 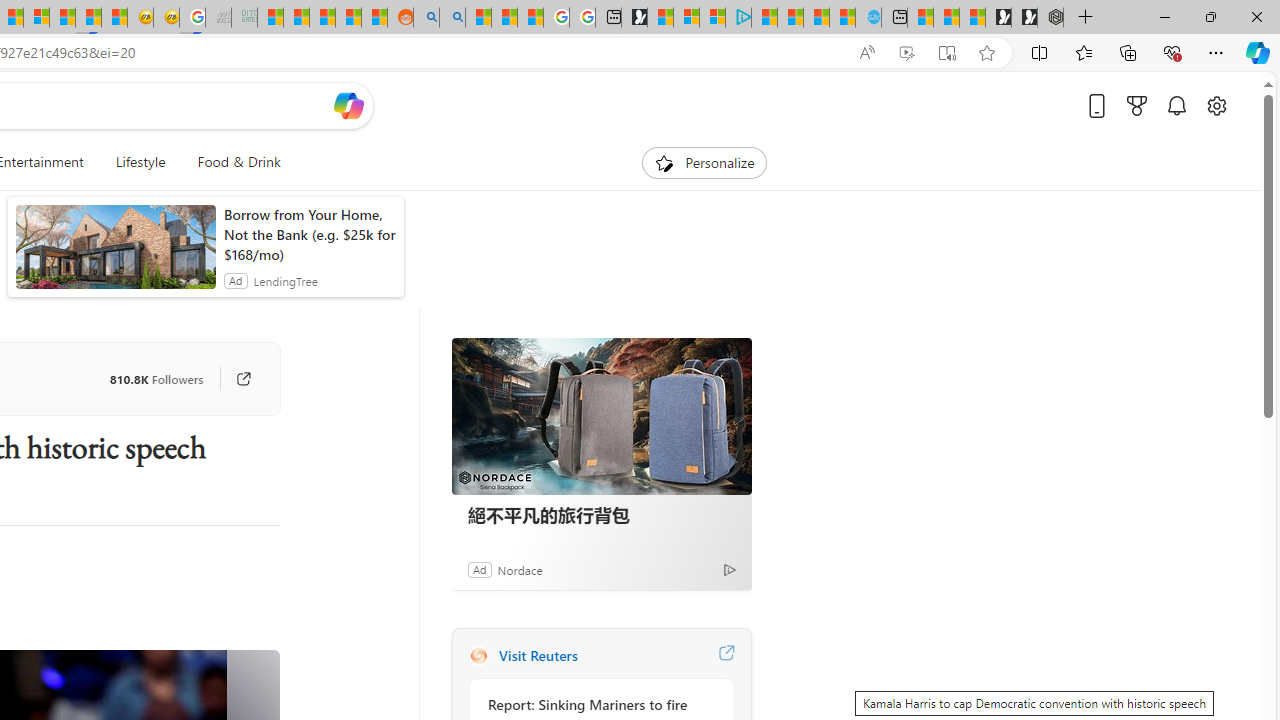 What do you see at coordinates (139, 162) in the screenshot?
I see `'Lifestyle'` at bounding box center [139, 162].